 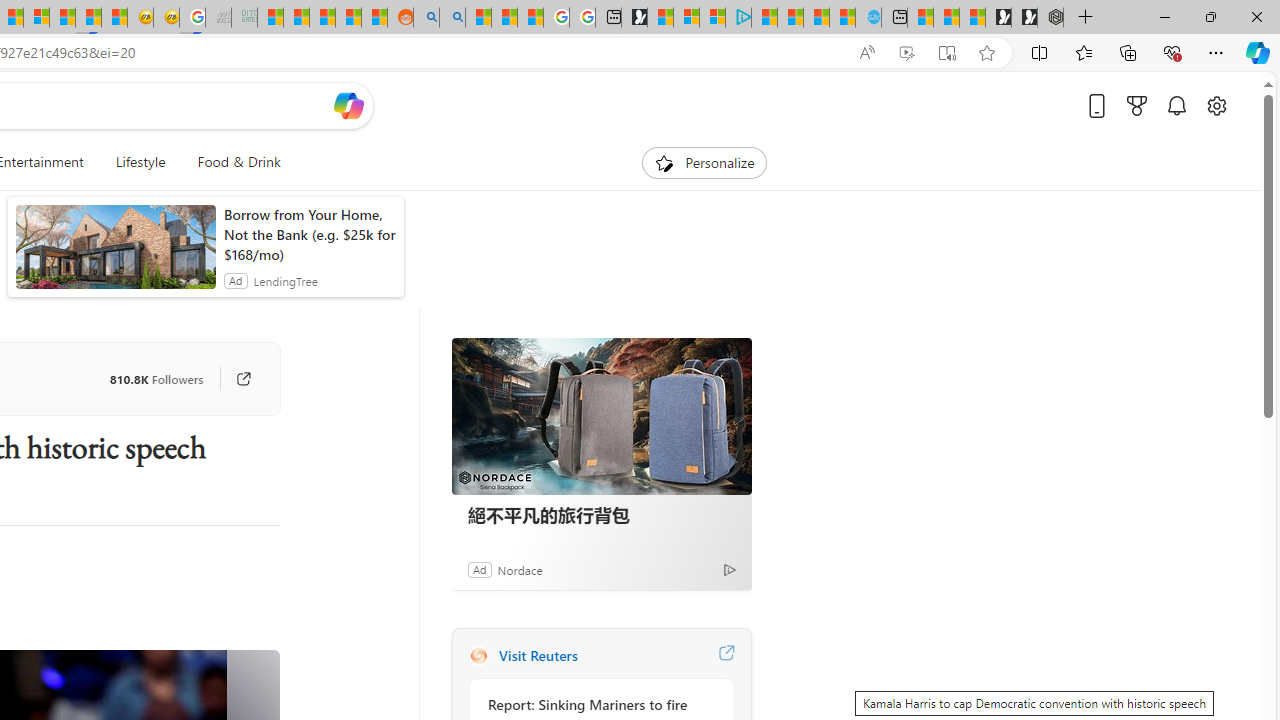 What do you see at coordinates (139, 162) in the screenshot?
I see `'Lifestyle'` at bounding box center [139, 162].